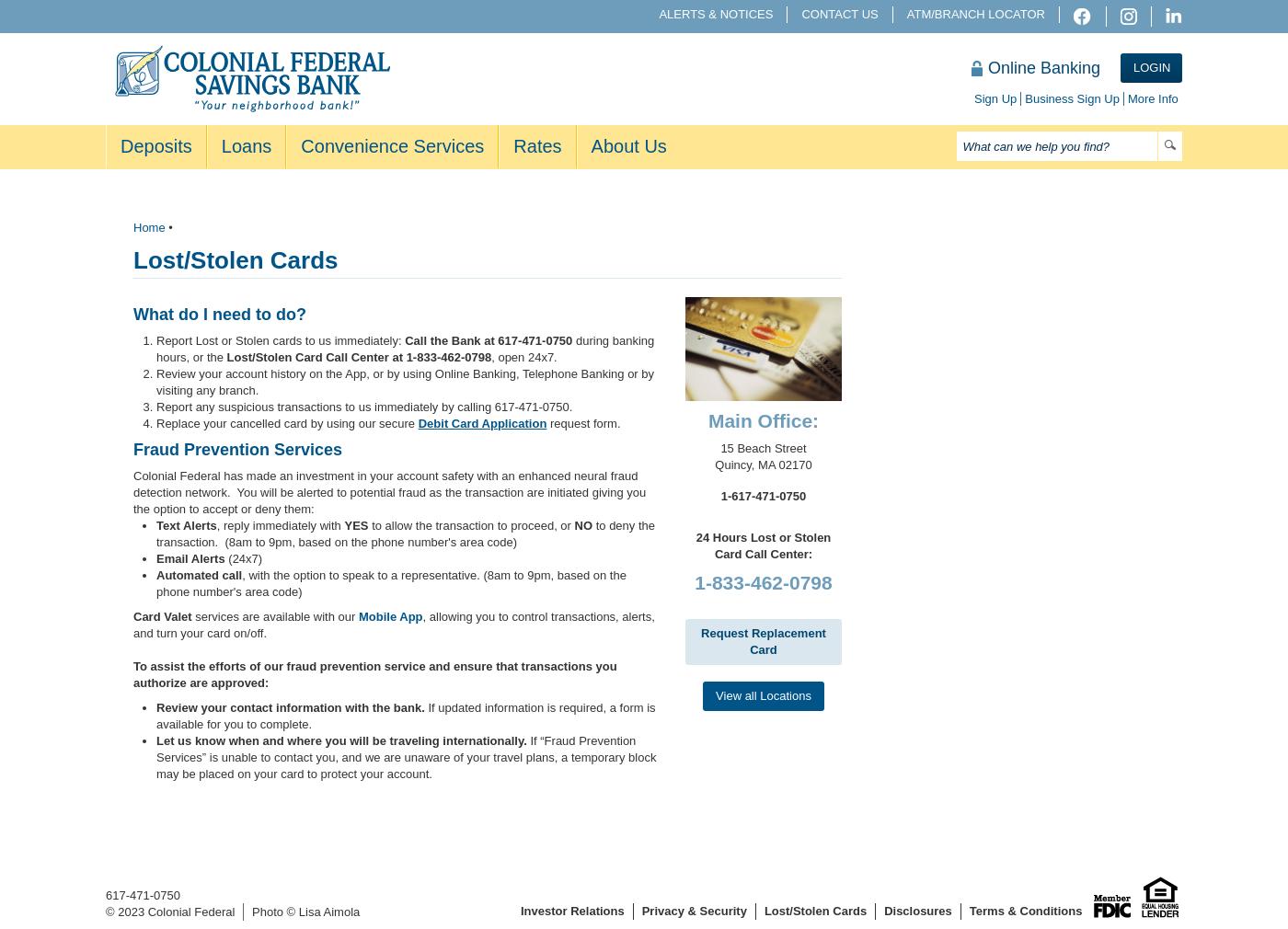 The width and height of the screenshot is (1288, 929). I want to click on 'services are available with our', so click(275, 615).